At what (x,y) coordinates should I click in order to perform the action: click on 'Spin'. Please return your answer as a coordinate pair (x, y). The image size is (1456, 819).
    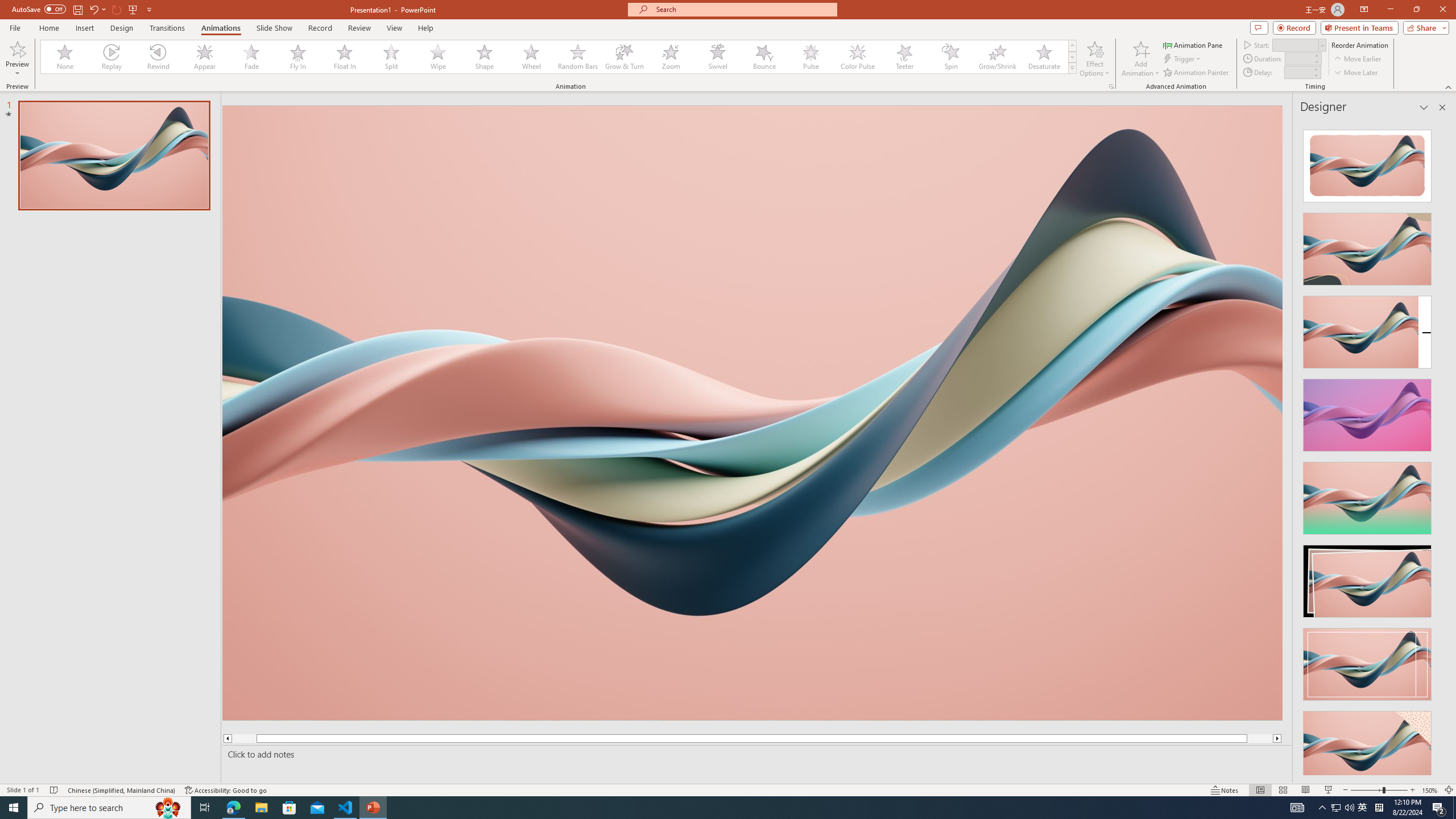
    Looking at the image, I should click on (950, 56).